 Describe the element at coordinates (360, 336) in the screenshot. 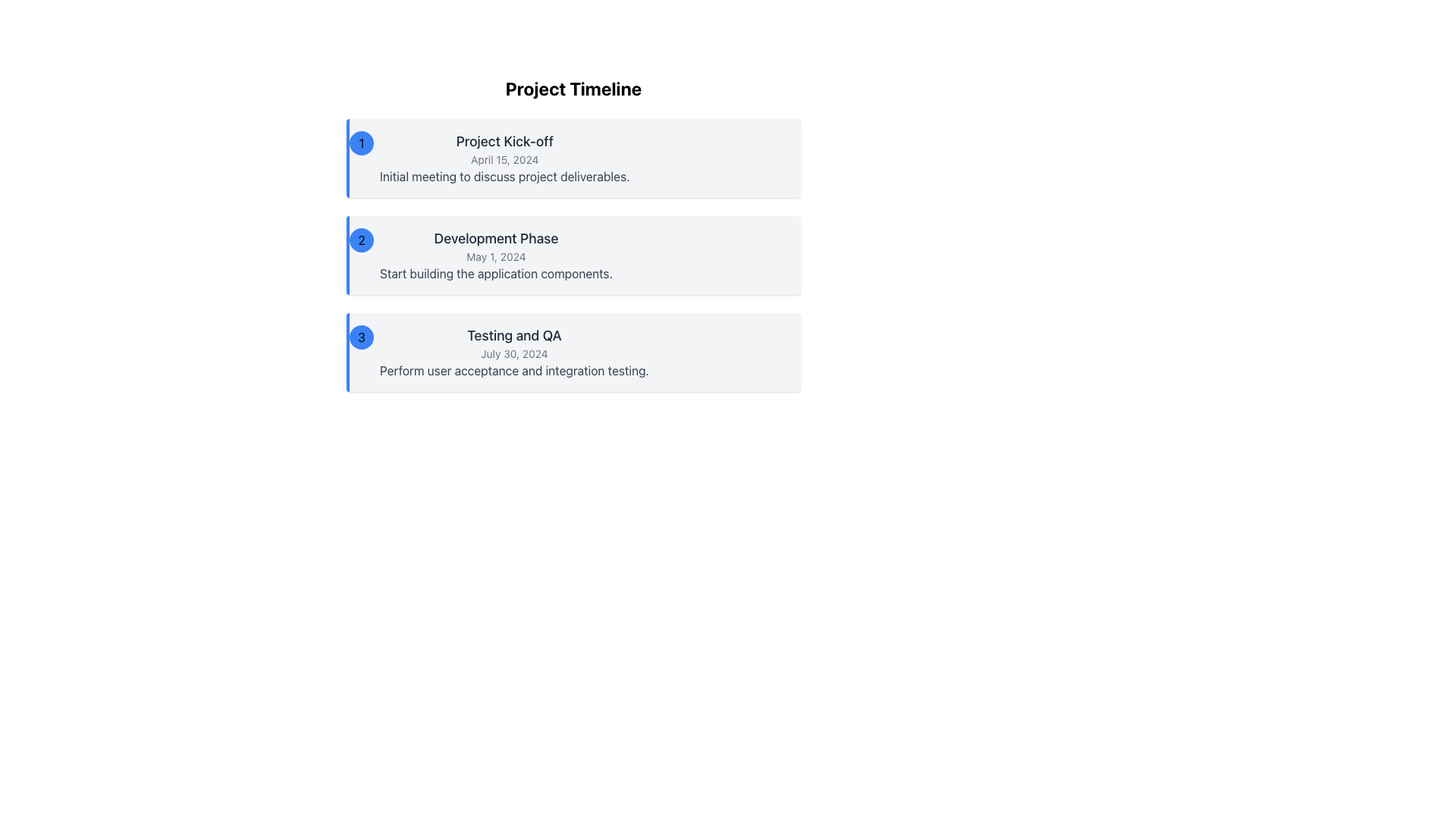

I see `the blue circular badge displaying the number '3' in bold black font, which is the leftmost component of the third card in a vertical sequence` at that location.